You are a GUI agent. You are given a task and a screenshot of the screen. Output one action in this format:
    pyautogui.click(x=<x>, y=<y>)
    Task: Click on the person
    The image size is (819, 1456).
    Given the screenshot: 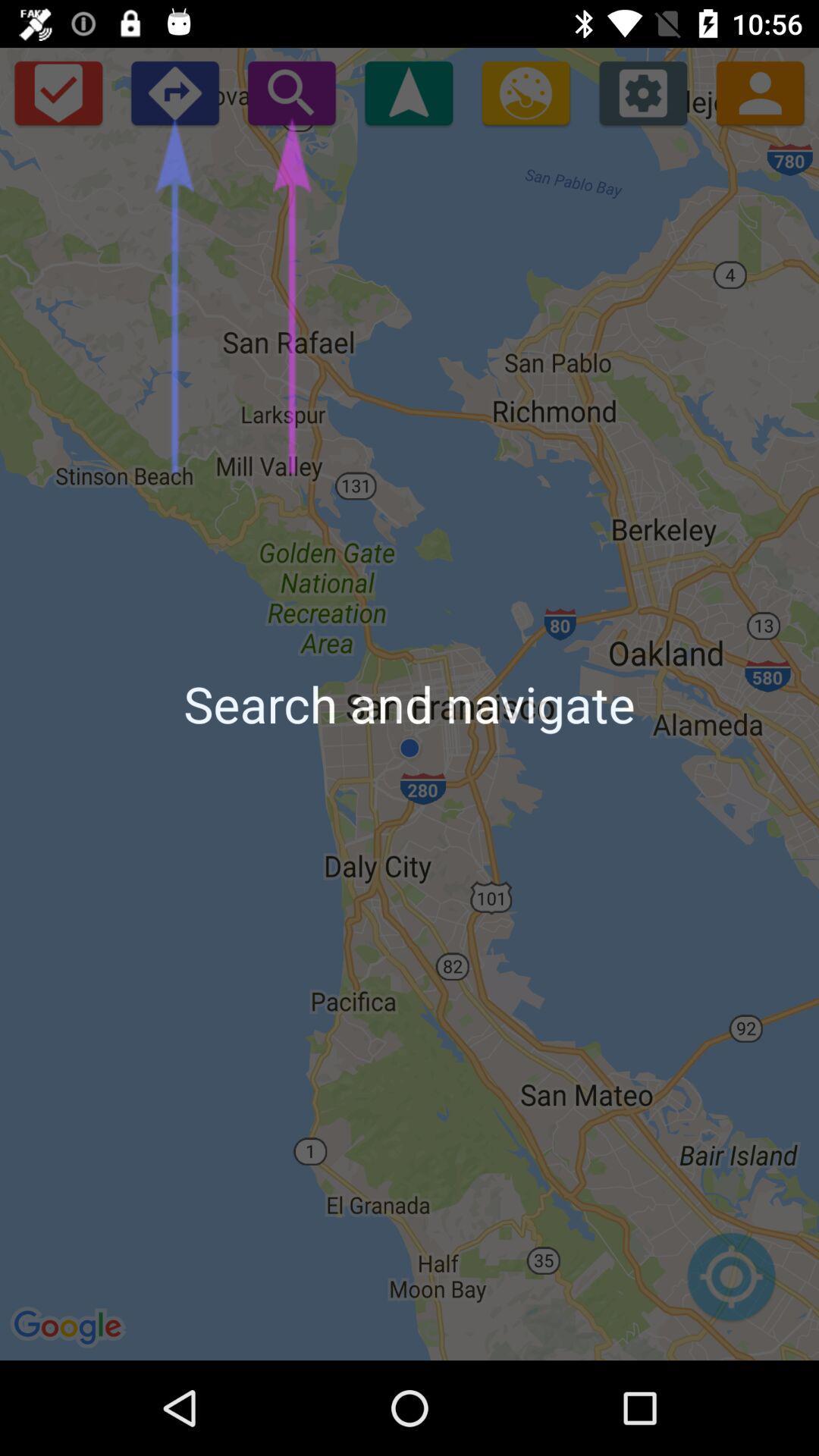 What is the action you would take?
    pyautogui.click(x=760, y=92)
    